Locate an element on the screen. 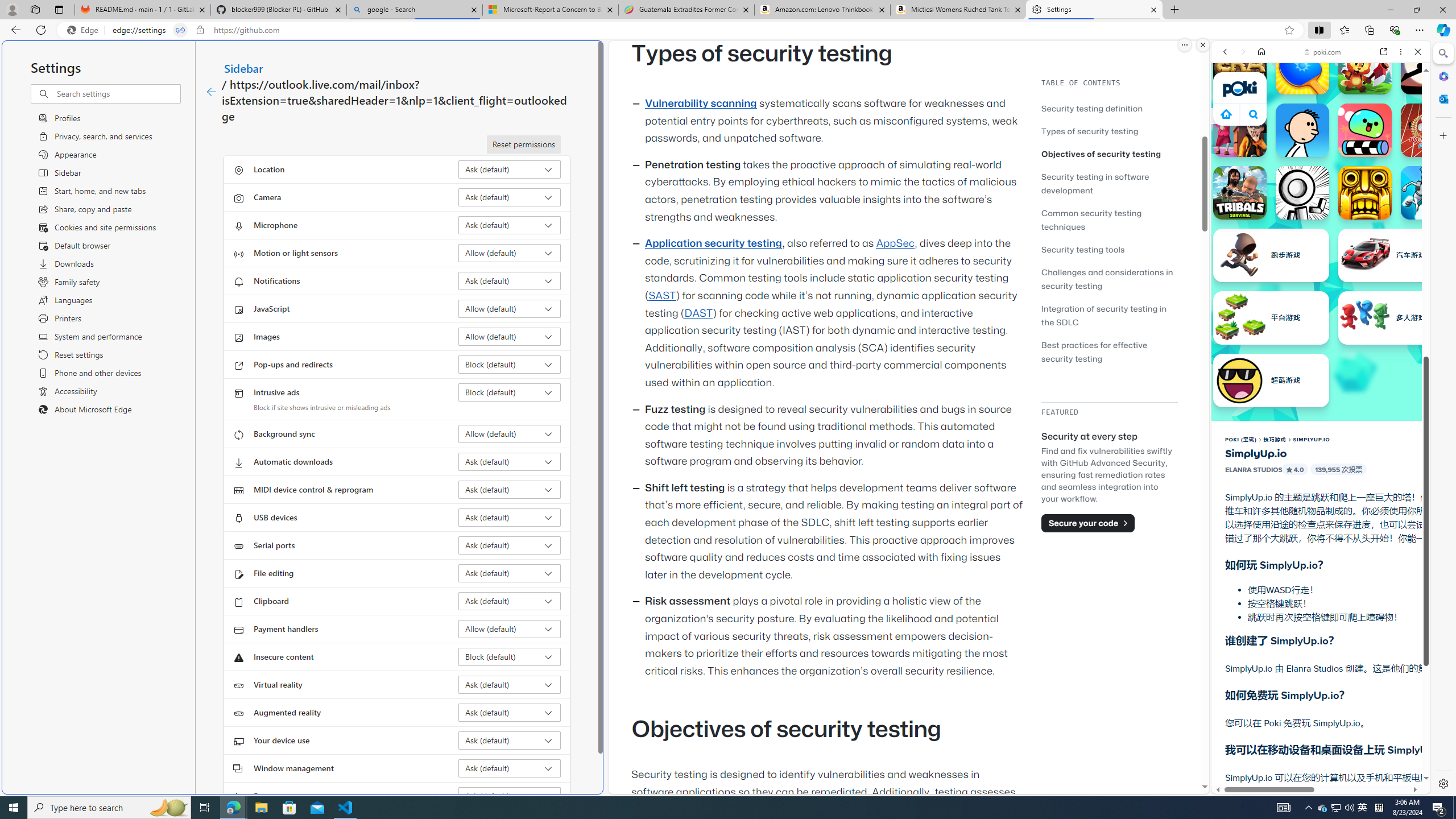  'Io Games' is located at coordinates (1319, 350).